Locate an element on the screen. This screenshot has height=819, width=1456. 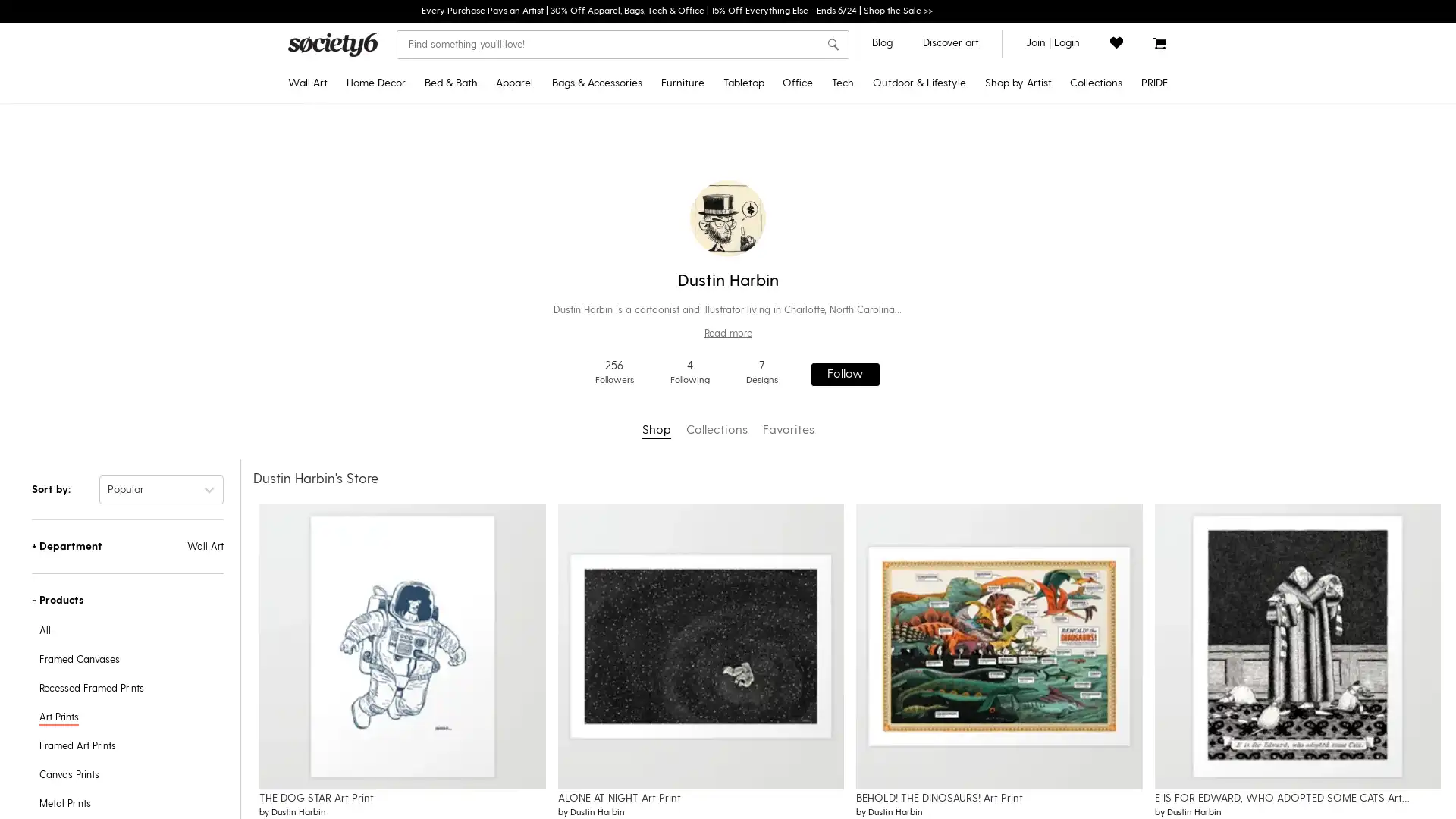
Benches is located at coordinates (708, 146).